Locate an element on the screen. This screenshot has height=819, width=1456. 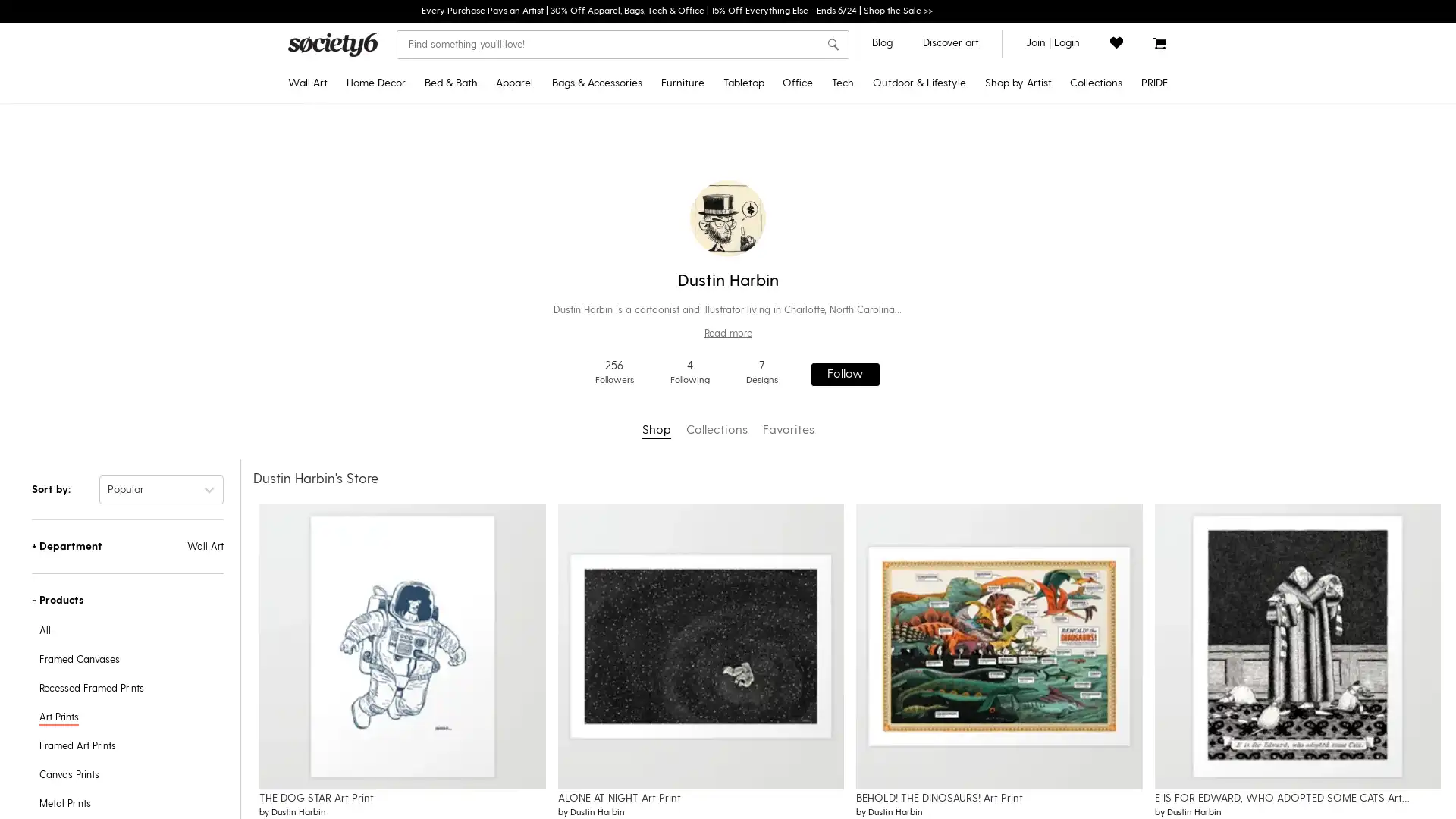
Benches is located at coordinates (708, 146).